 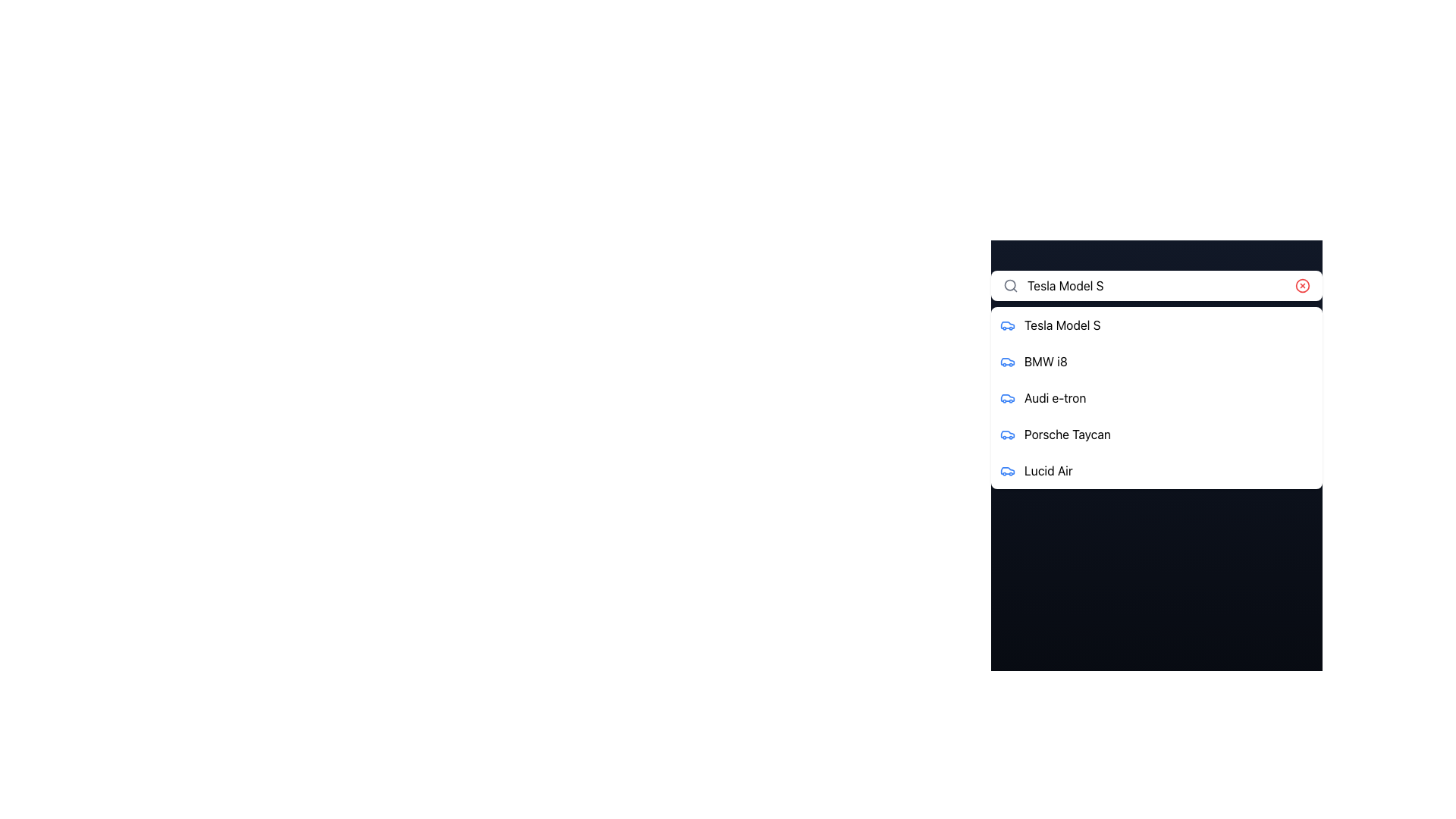 I want to click on properties of the icon representing the menu item labeled 'Lucid Air', which is the leftmost item in the fifth row of the vertical list, so click(x=1008, y=470).